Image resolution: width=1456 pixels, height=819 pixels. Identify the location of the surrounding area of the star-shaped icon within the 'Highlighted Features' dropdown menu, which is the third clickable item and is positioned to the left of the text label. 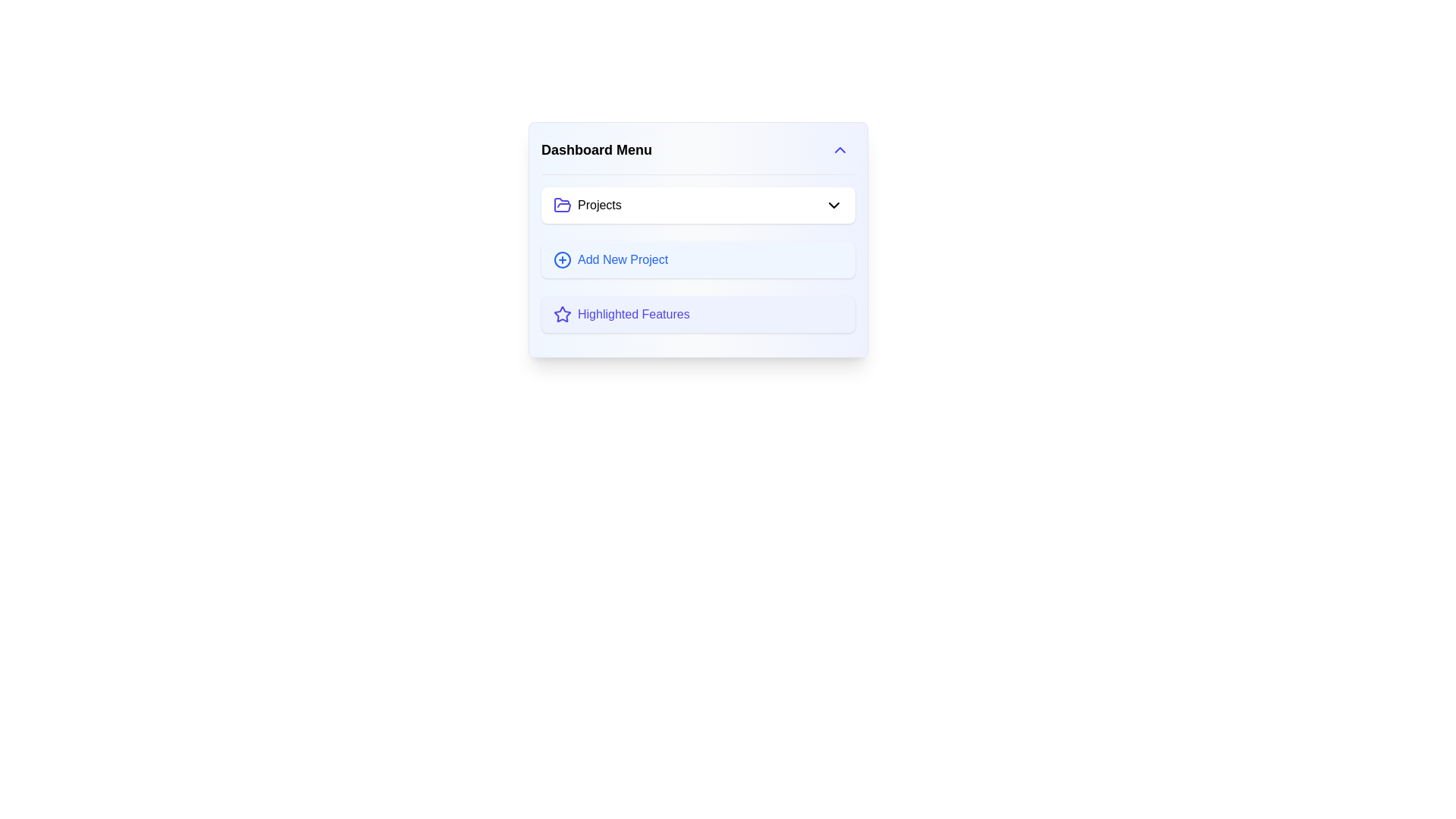
(562, 314).